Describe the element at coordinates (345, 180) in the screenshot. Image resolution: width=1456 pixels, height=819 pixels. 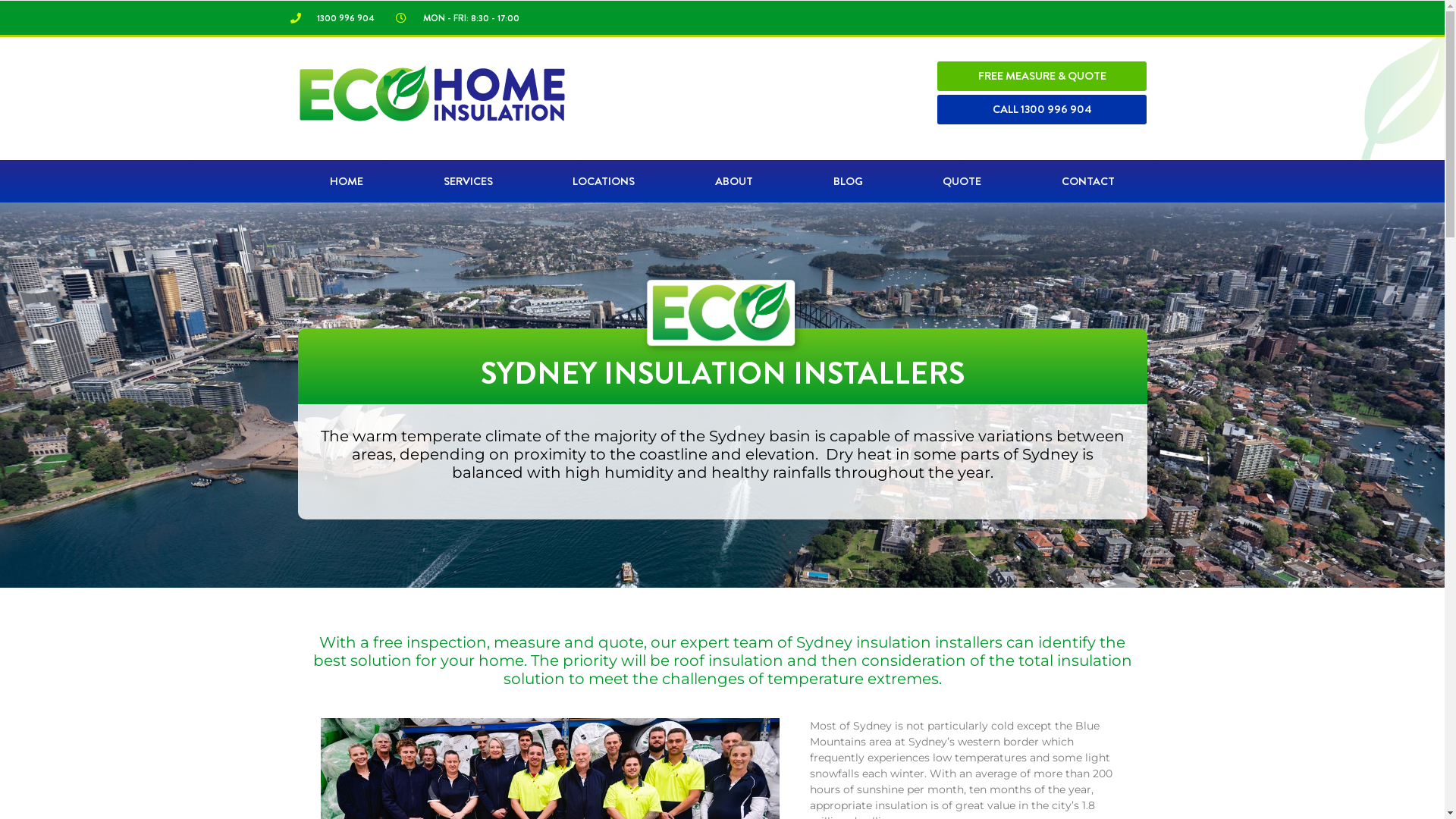
I see `'HOME'` at that location.